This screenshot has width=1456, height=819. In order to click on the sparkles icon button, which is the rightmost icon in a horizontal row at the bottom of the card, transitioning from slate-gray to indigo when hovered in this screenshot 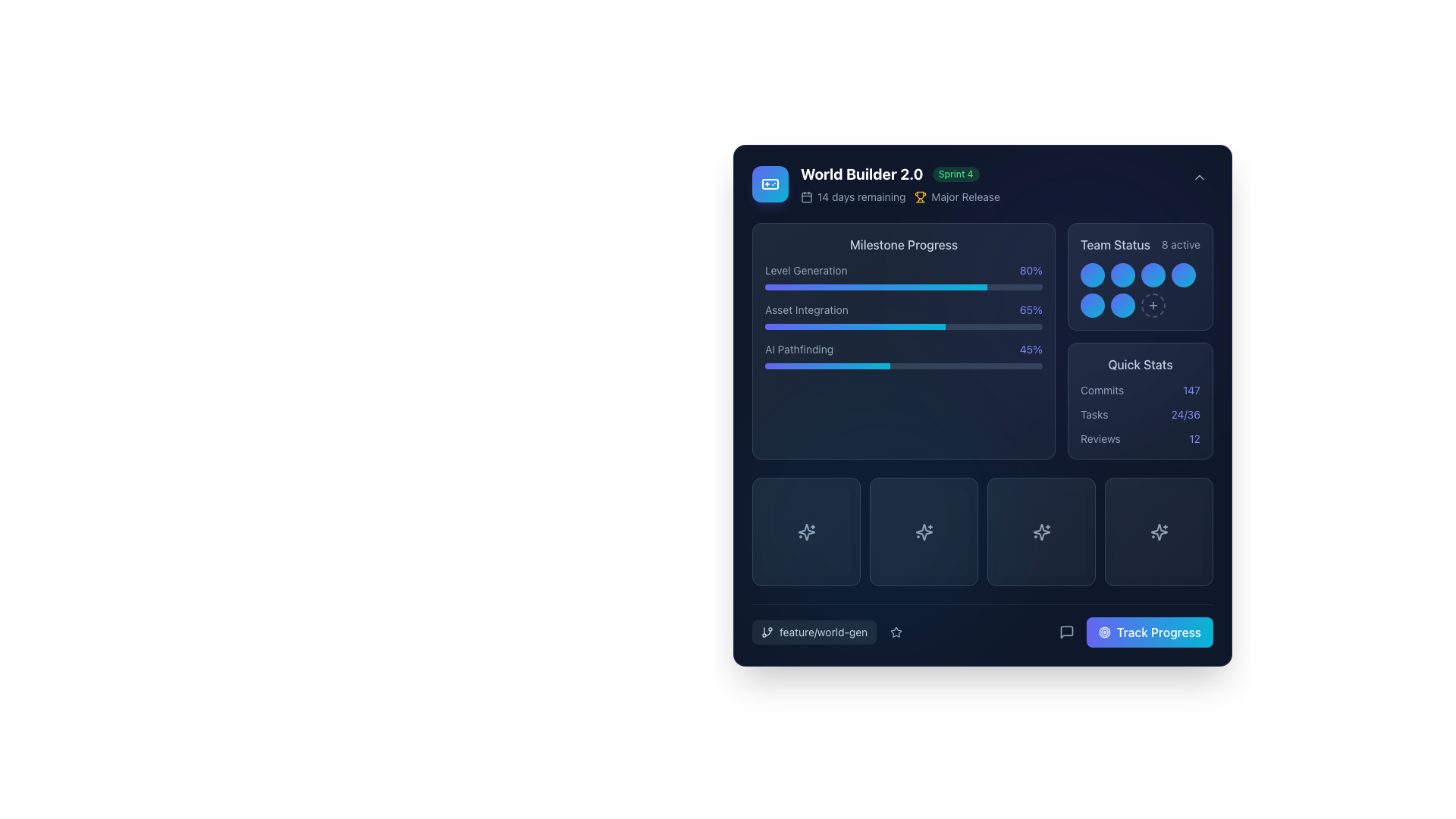, I will do `click(1158, 531)`.